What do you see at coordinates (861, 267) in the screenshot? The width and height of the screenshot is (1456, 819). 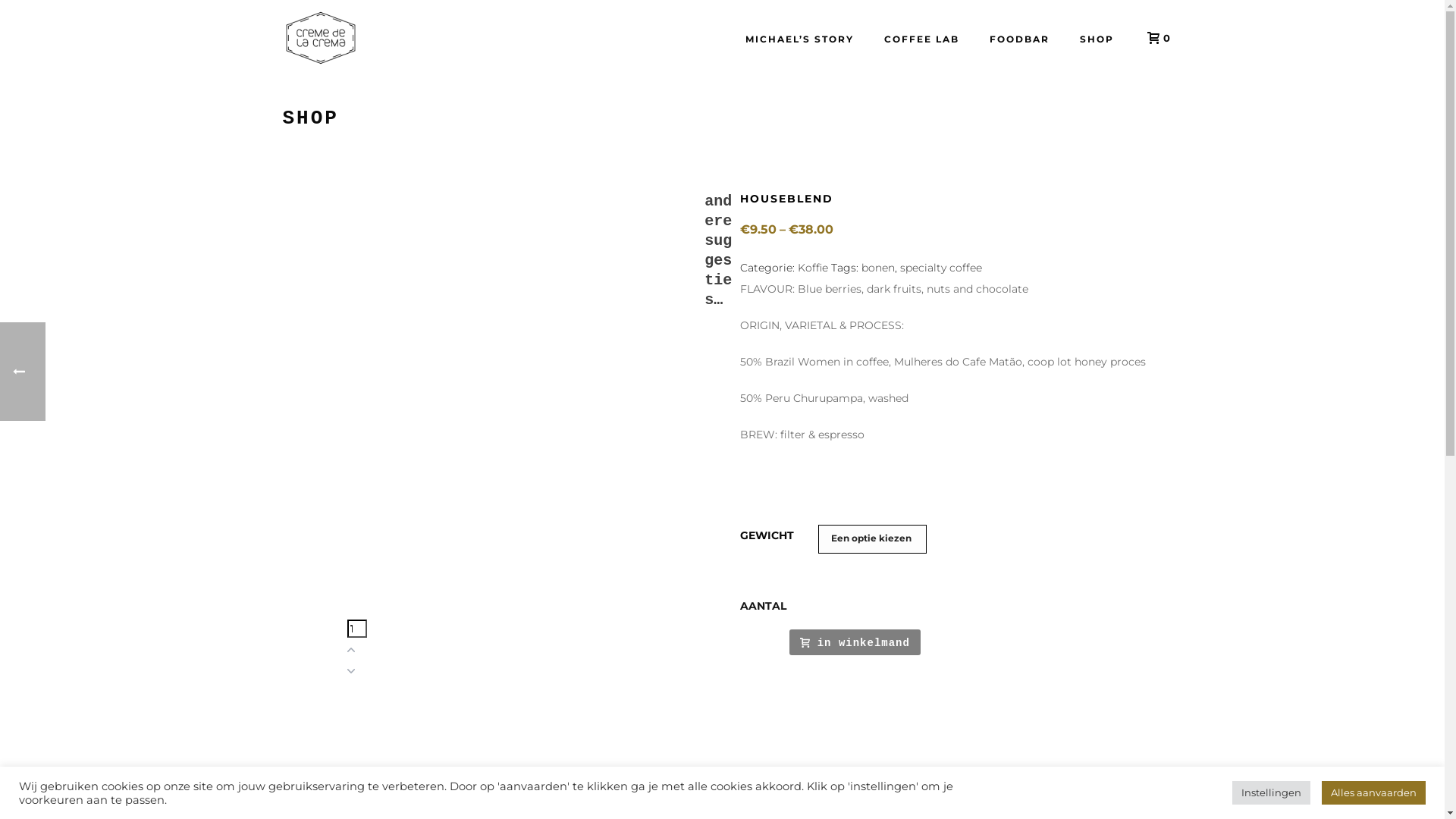 I see `'bonen'` at bounding box center [861, 267].